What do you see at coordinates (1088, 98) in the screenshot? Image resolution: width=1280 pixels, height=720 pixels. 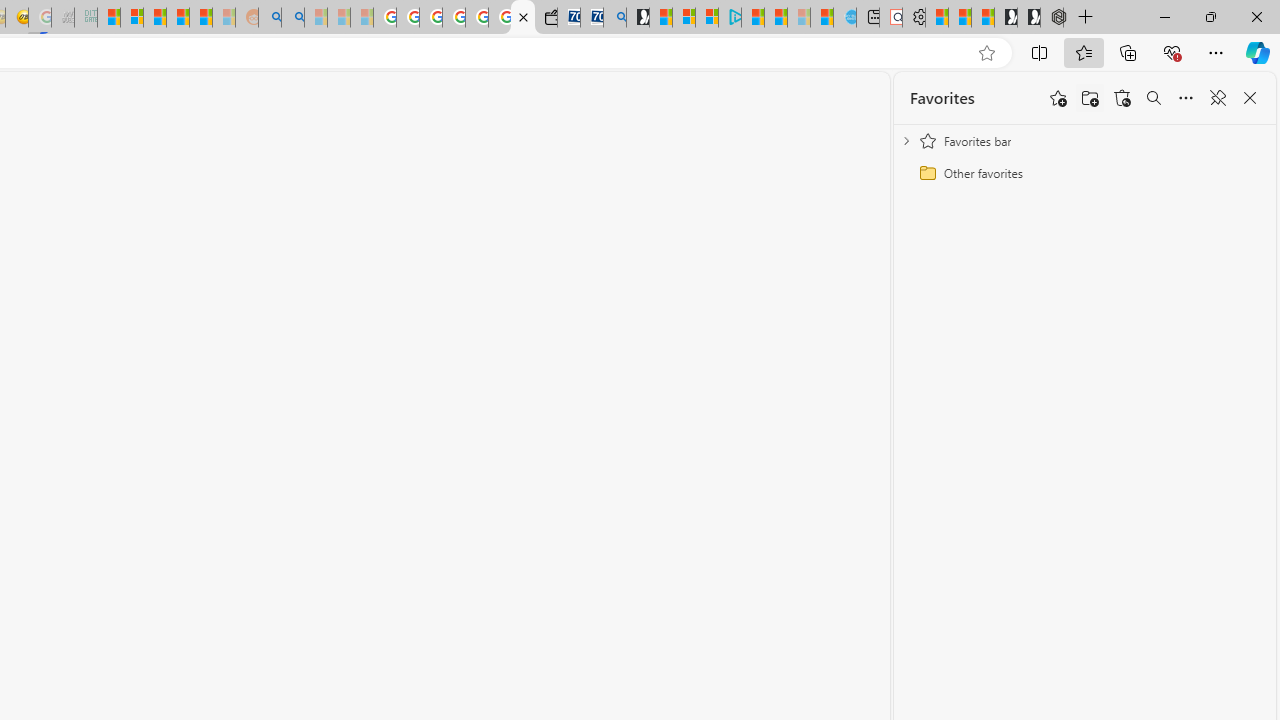 I see `'Add folder'` at bounding box center [1088, 98].